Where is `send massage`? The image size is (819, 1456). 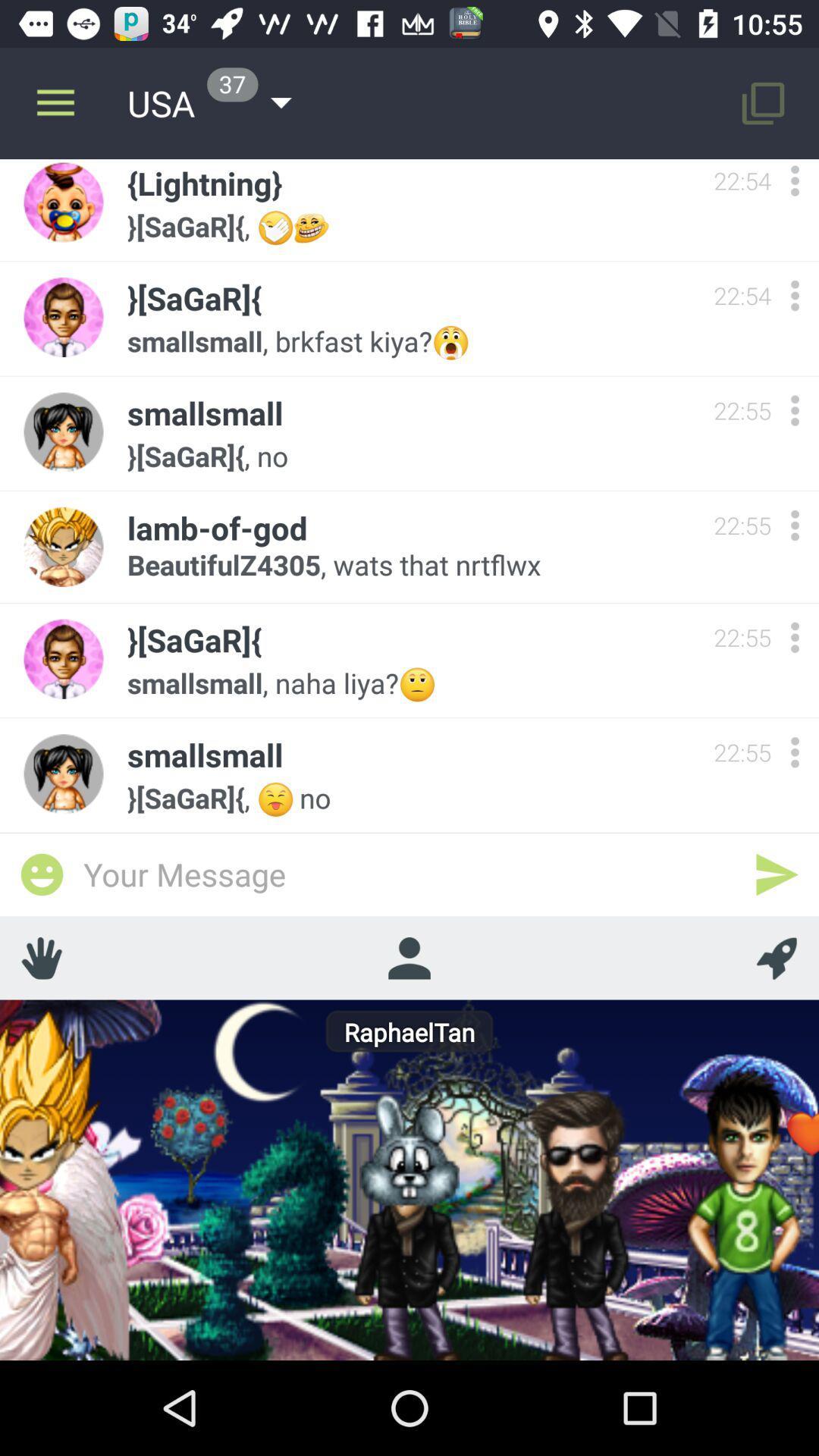 send massage is located at coordinates (777, 874).